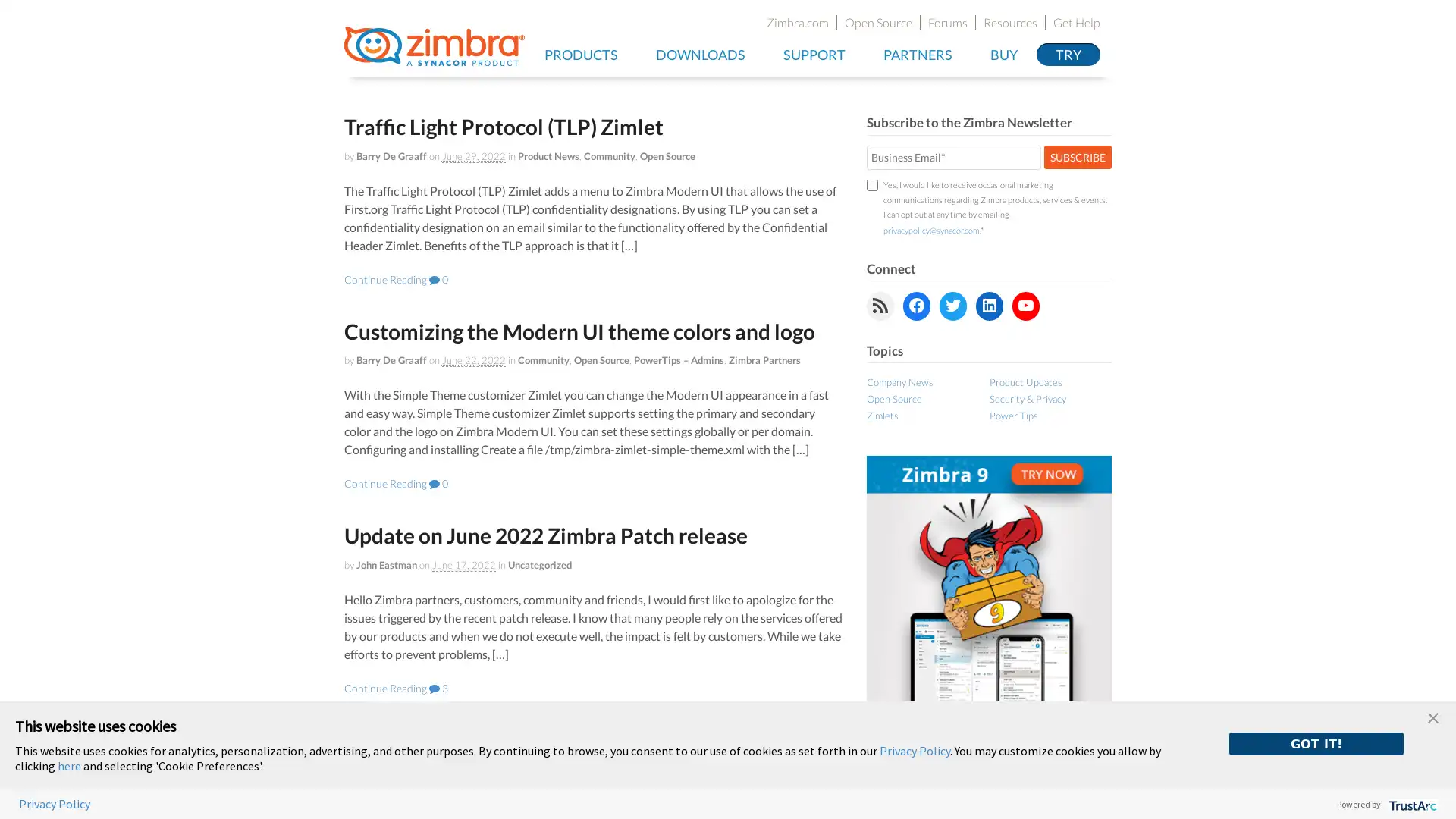  What do you see at coordinates (1087, 157) in the screenshot?
I see `SUBSCRIBE` at bounding box center [1087, 157].